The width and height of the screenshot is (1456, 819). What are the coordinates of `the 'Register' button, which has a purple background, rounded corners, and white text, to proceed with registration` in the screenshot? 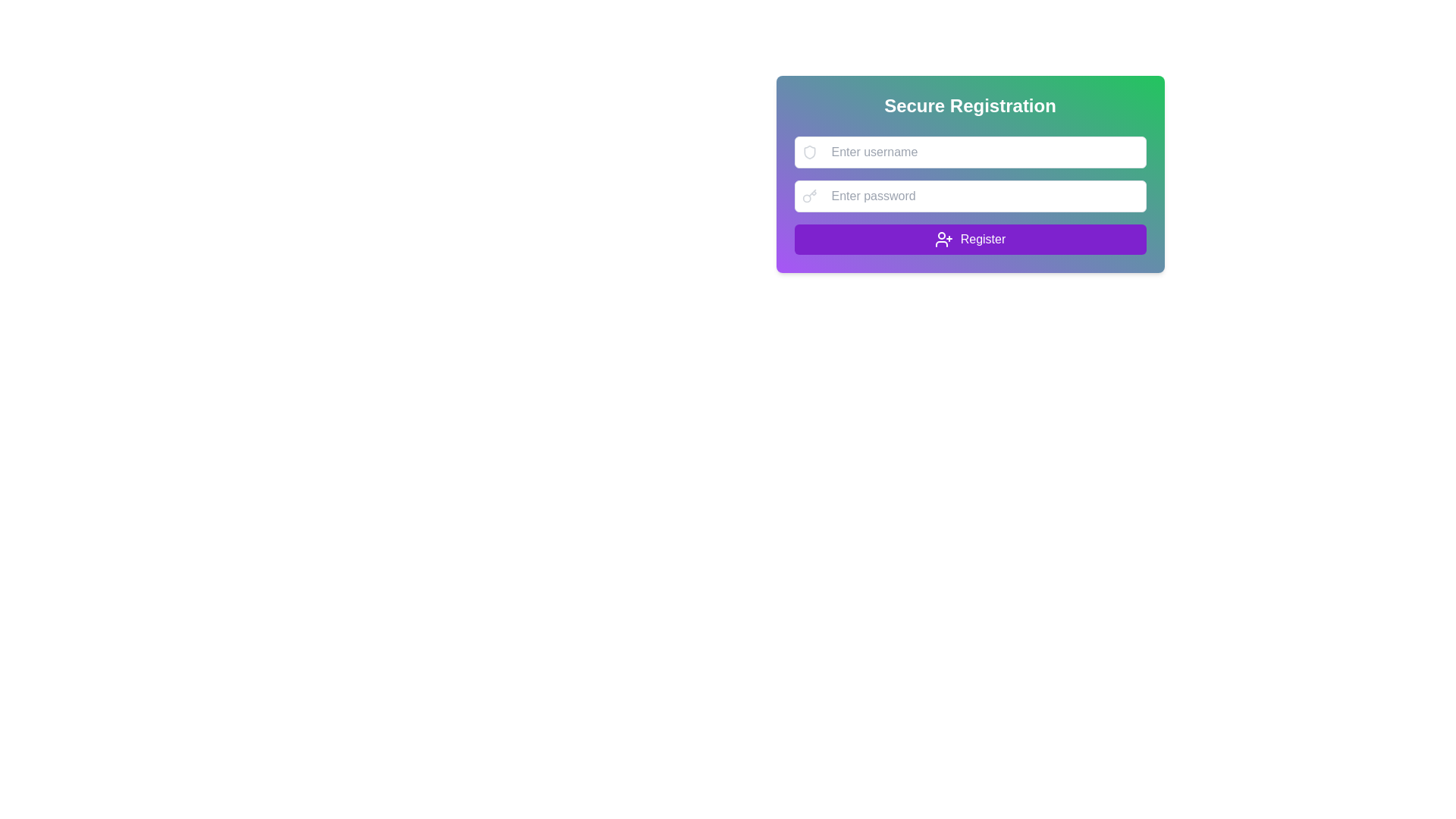 It's located at (969, 239).